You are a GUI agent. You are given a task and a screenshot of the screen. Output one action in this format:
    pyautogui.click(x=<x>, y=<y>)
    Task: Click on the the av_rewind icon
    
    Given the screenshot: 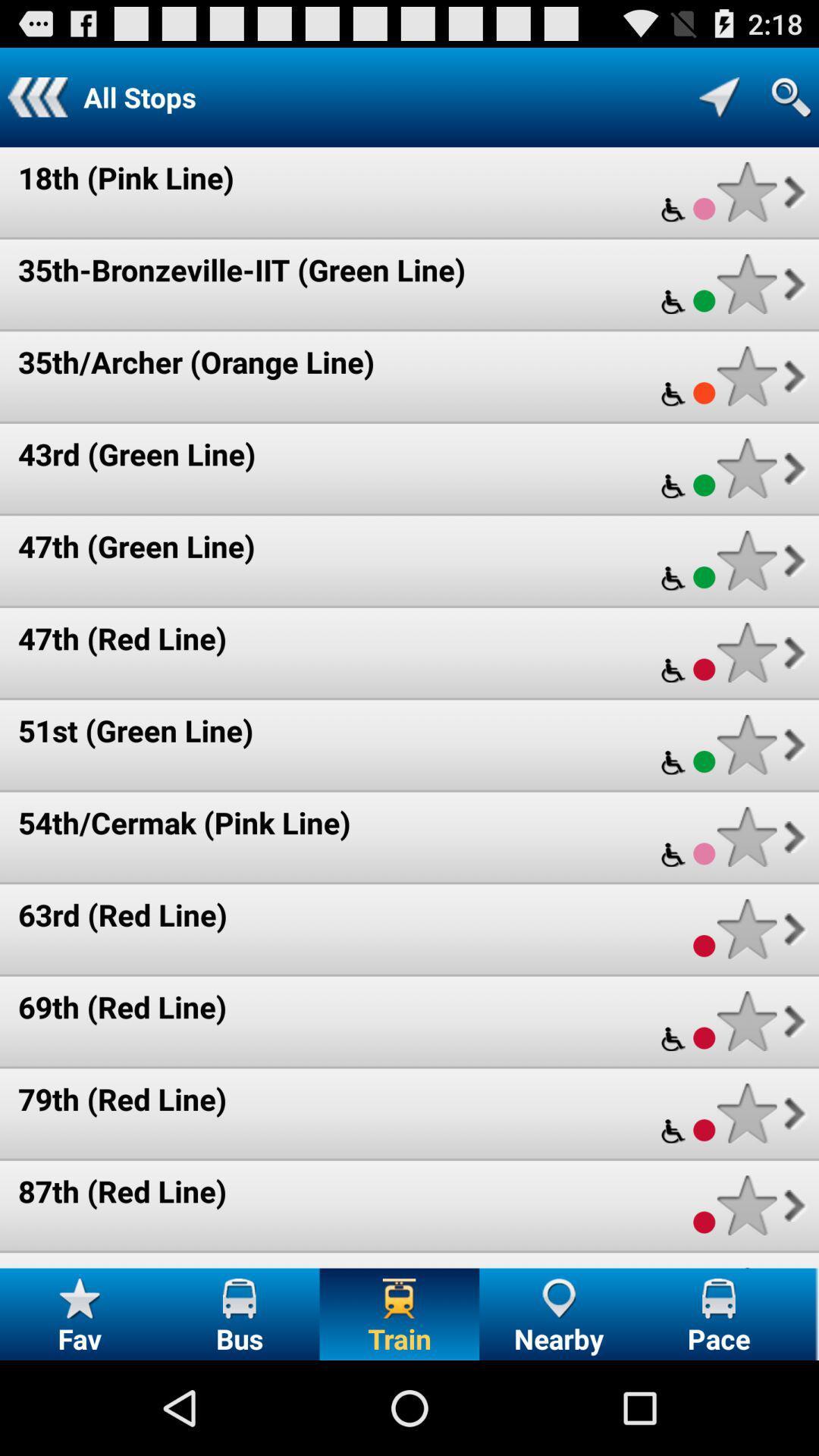 What is the action you would take?
    pyautogui.click(x=36, y=103)
    